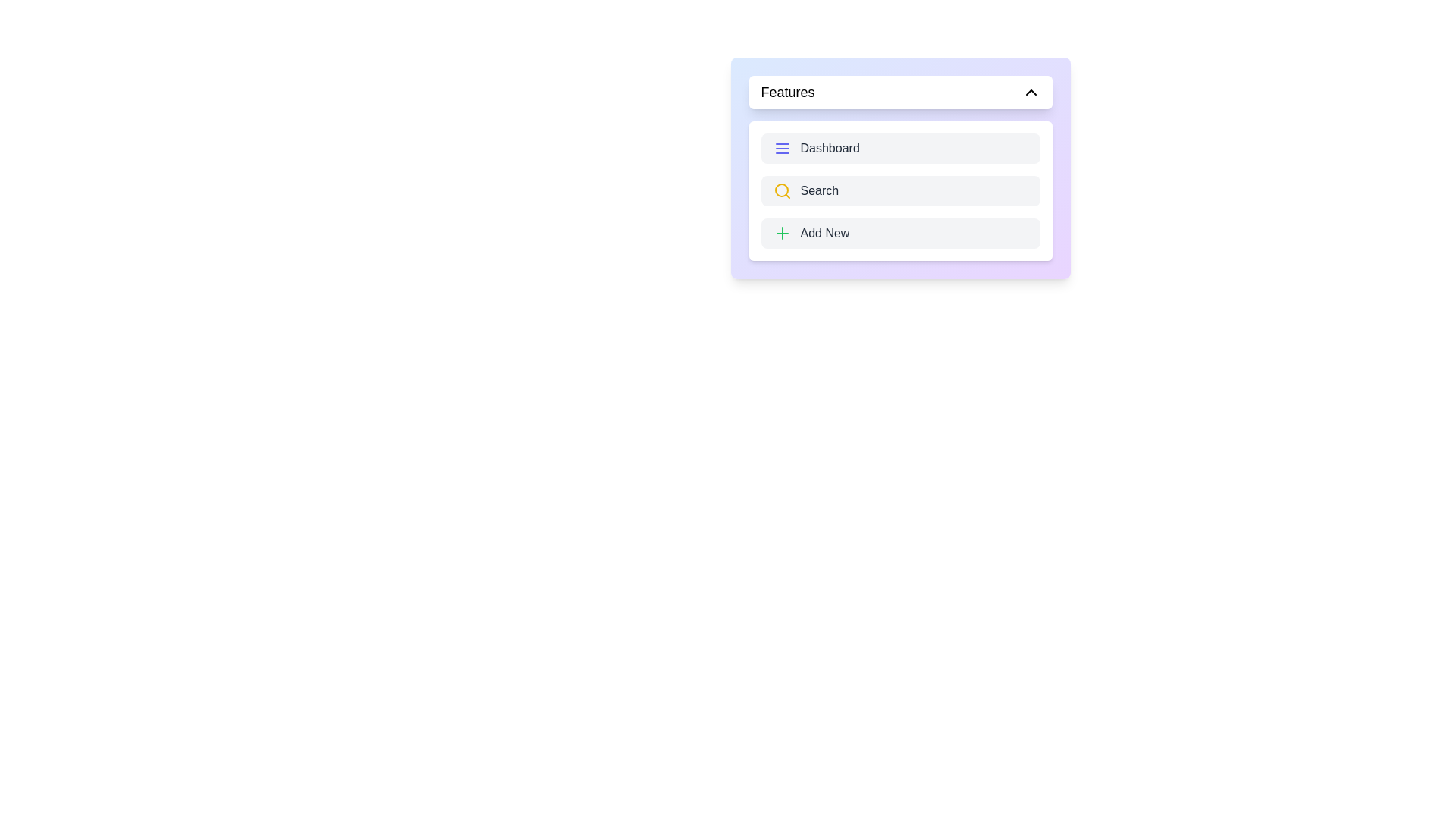 This screenshot has width=1456, height=819. Describe the element at coordinates (900, 93) in the screenshot. I see `the 'Features' button to toggle the menu expansion` at that location.